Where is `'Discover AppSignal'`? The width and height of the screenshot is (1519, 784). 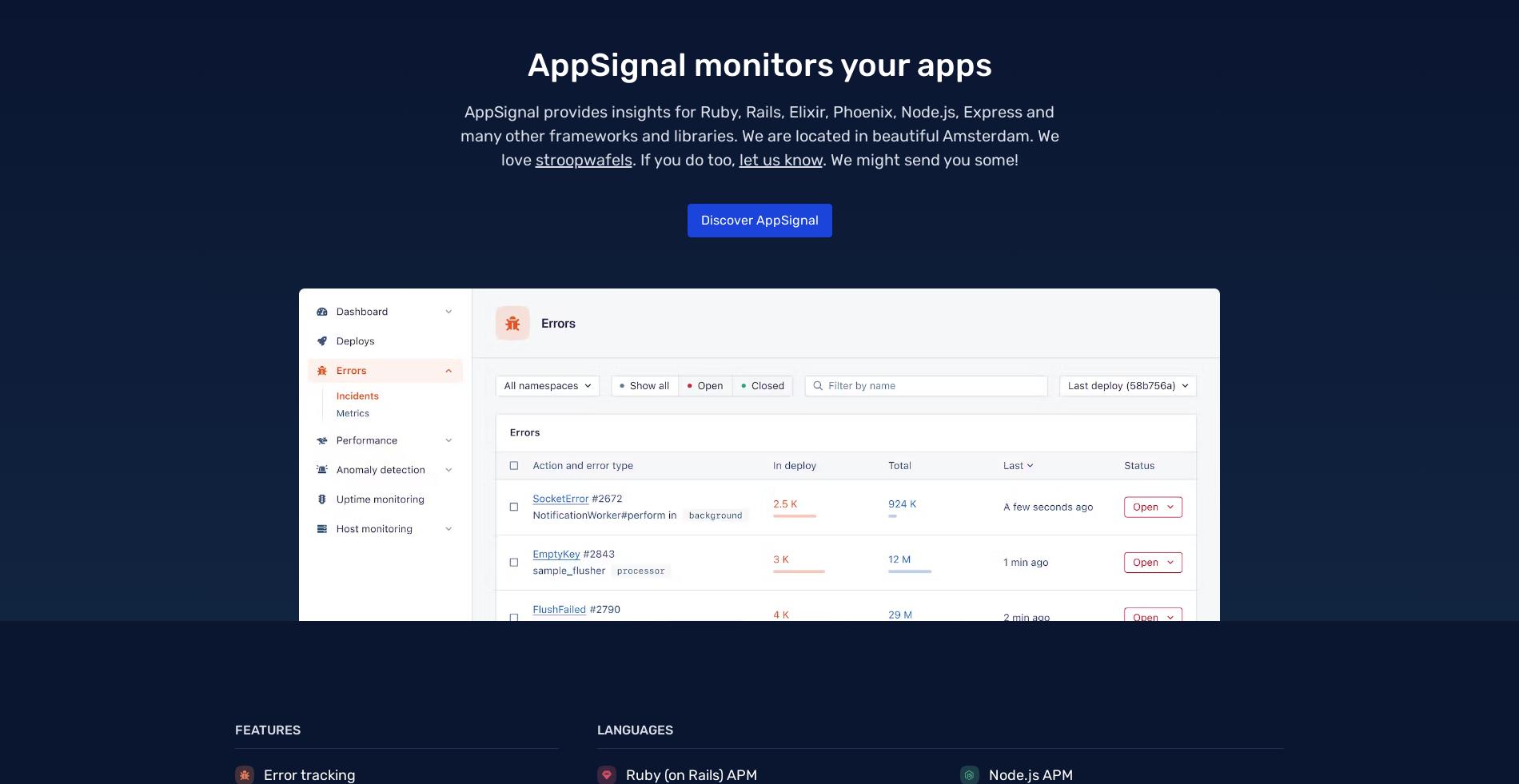
'Discover AppSignal' is located at coordinates (758, 219).